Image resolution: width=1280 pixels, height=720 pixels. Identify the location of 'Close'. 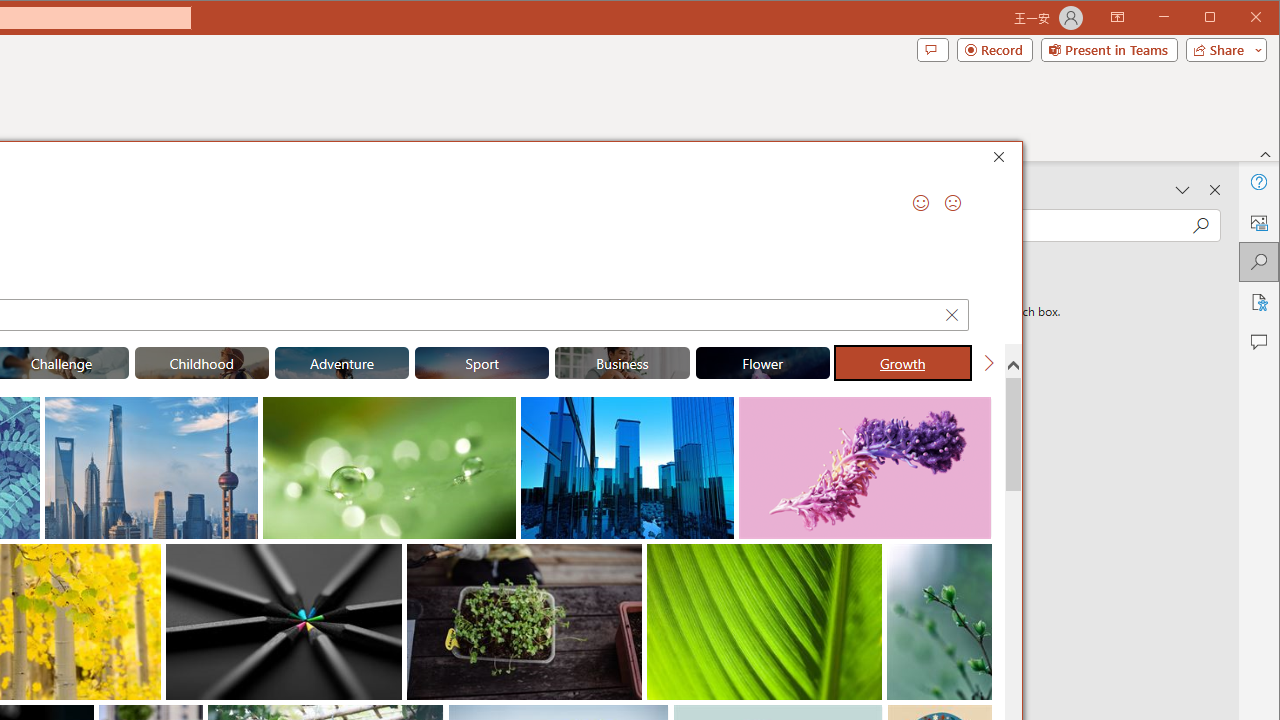
(1004, 159).